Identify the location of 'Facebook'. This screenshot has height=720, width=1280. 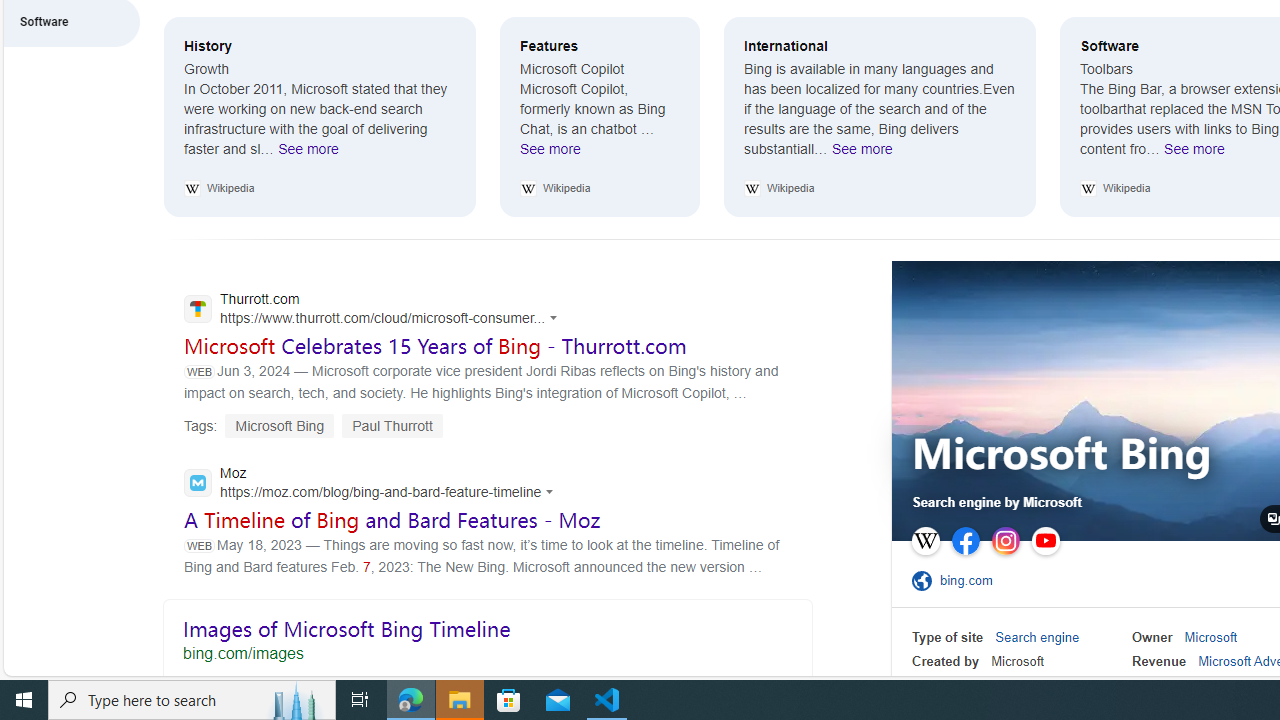
(966, 541).